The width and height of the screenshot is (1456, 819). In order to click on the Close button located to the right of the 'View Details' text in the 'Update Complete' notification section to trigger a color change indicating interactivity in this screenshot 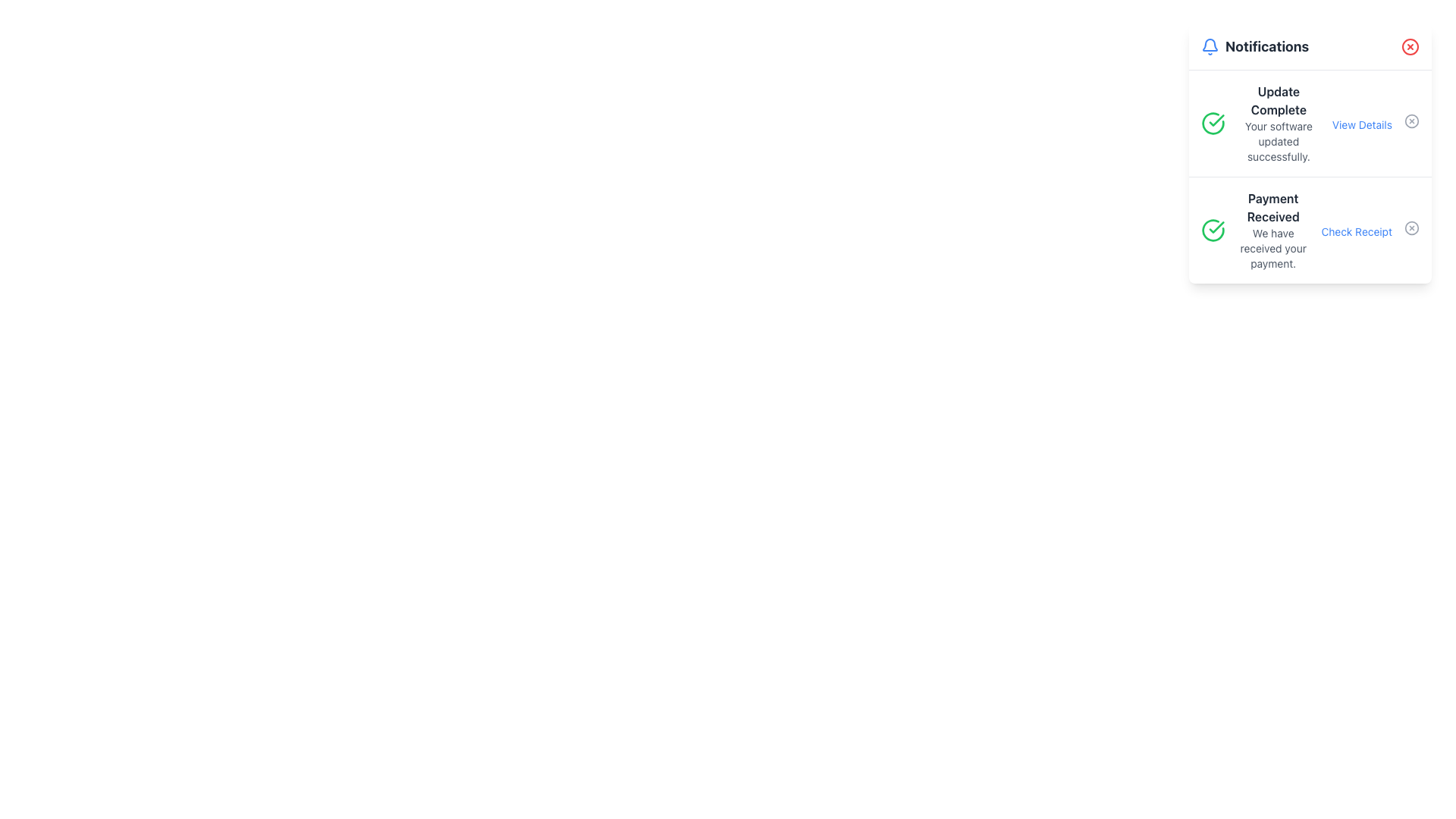, I will do `click(1411, 120)`.